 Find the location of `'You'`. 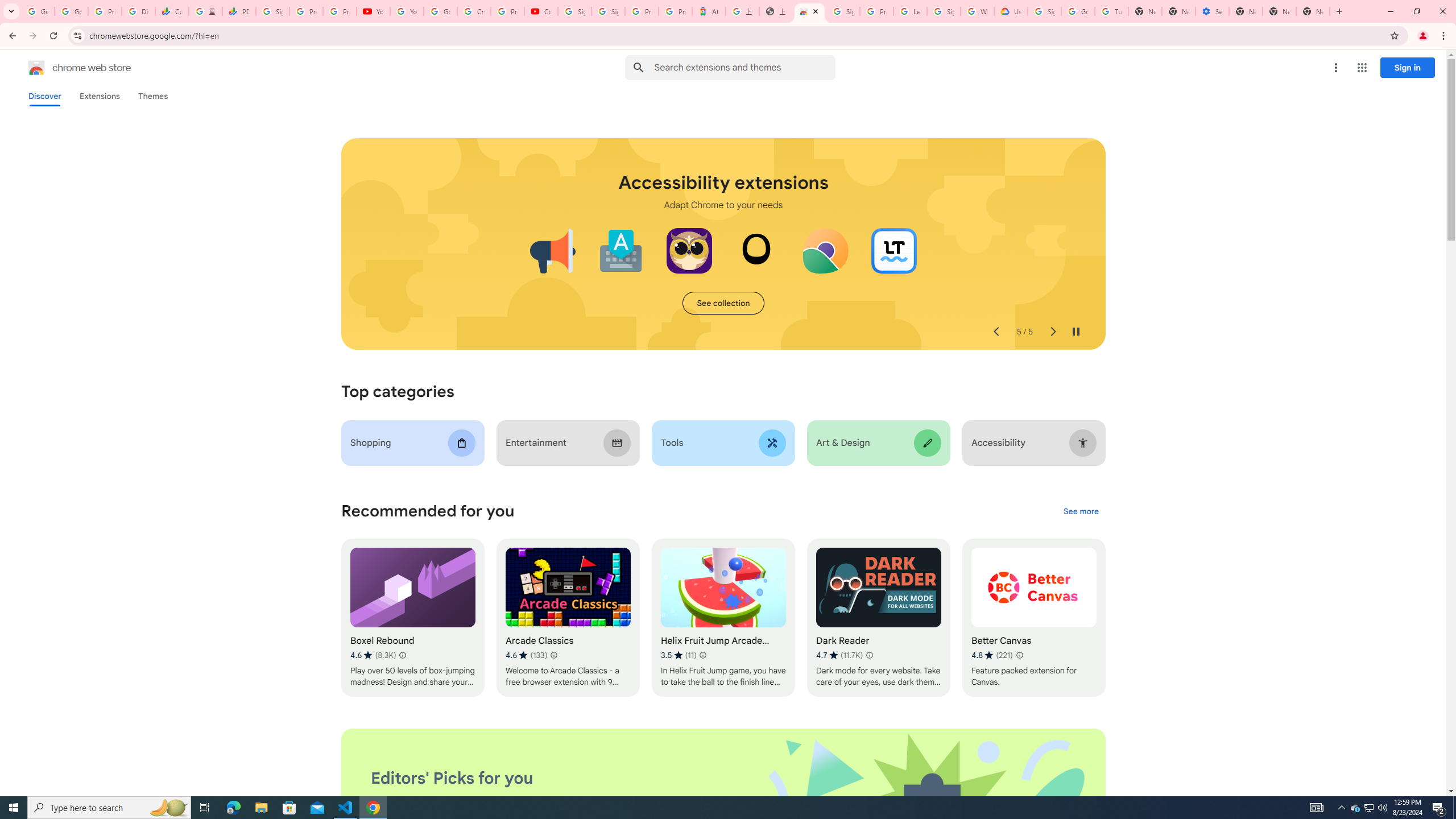

'You' is located at coordinates (1423, 35).